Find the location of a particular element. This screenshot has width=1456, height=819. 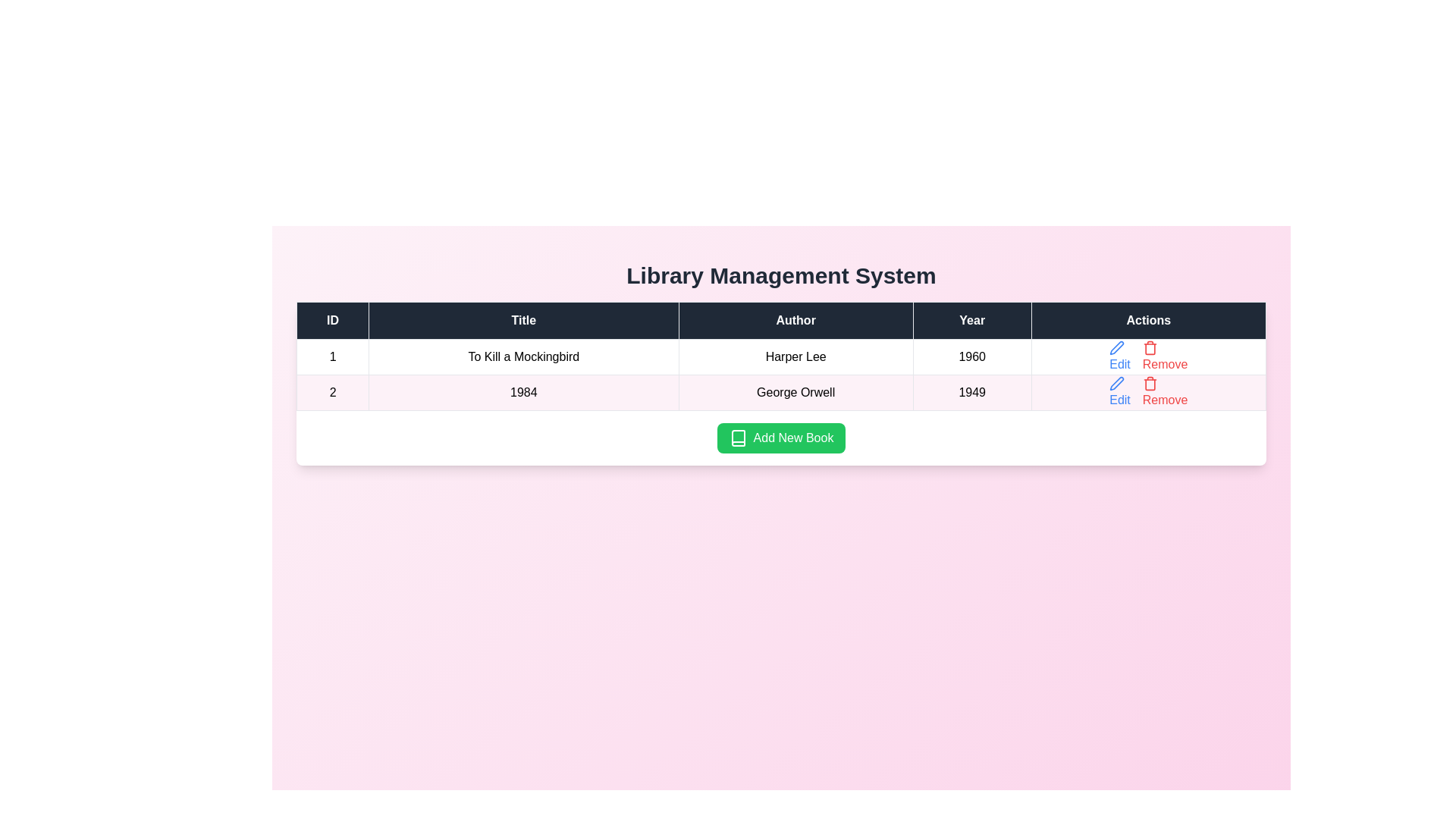

the icon inside the 'Add New Book' button, which symbolizes the action of adding a new book is located at coordinates (738, 438).